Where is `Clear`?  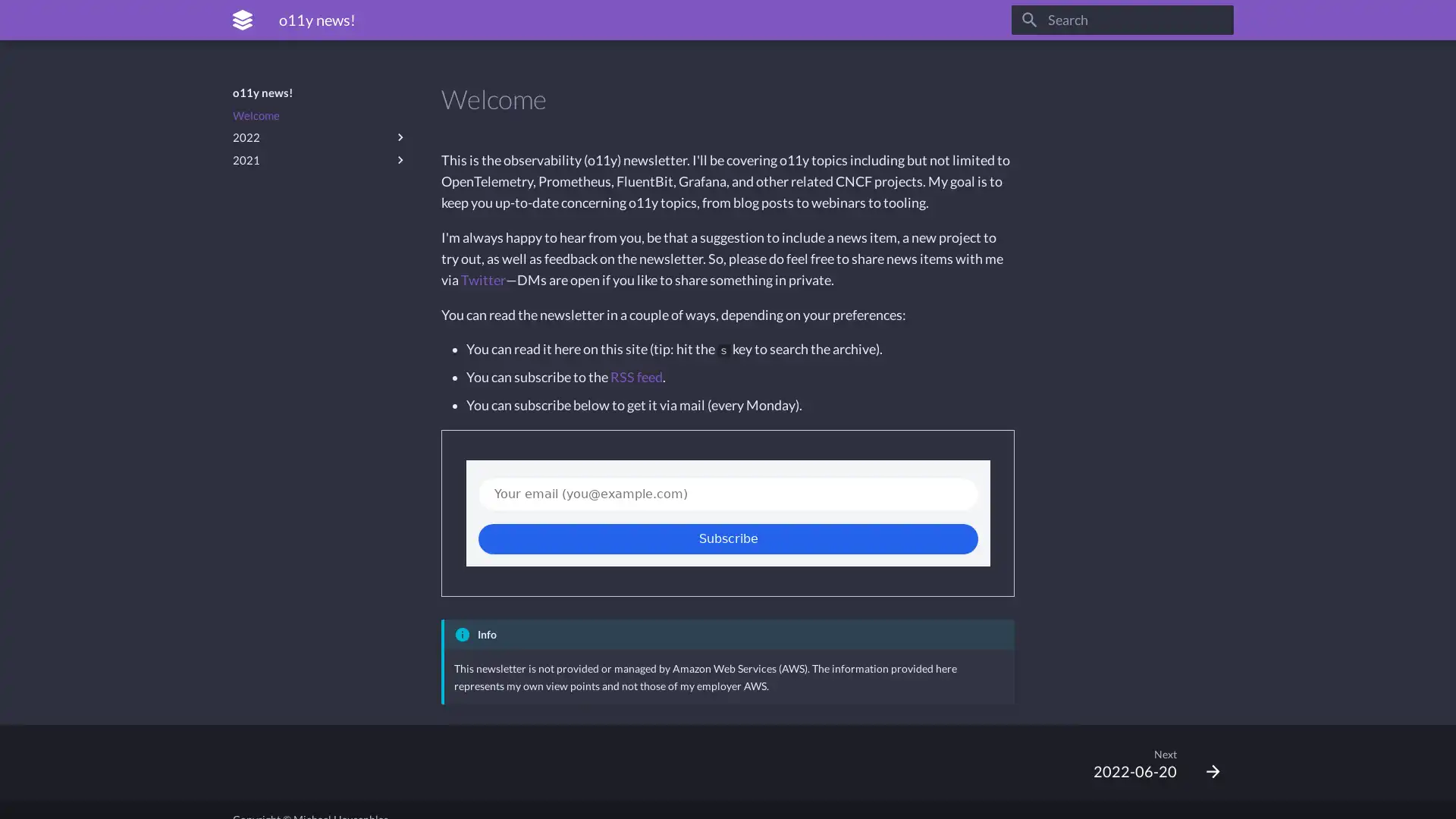 Clear is located at coordinates (1215, 20).